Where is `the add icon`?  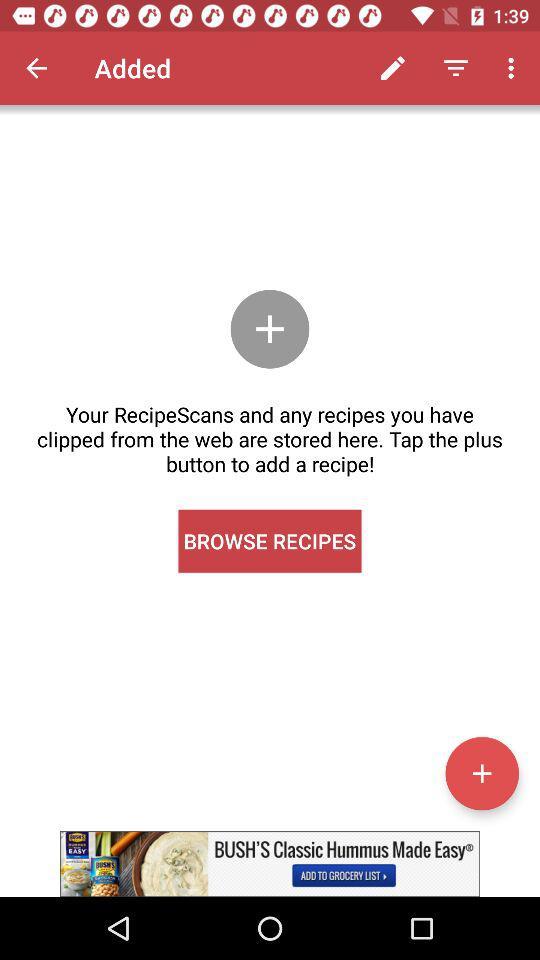
the add icon is located at coordinates (481, 772).